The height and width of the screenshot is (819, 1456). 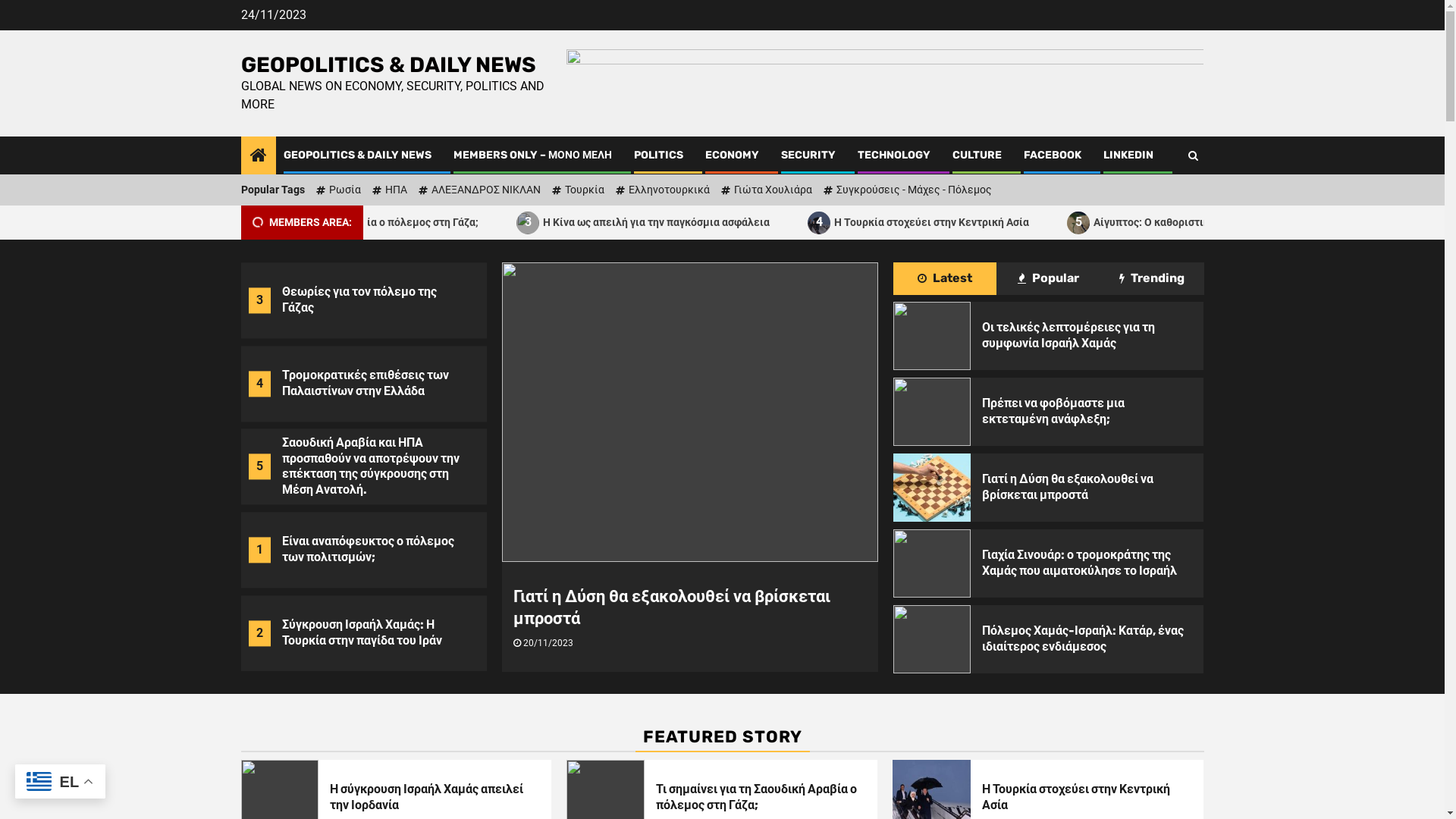 What do you see at coordinates (893, 155) in the screenshot?
I see `'TECHNOLOGY'` at bounding box center [893, 155].